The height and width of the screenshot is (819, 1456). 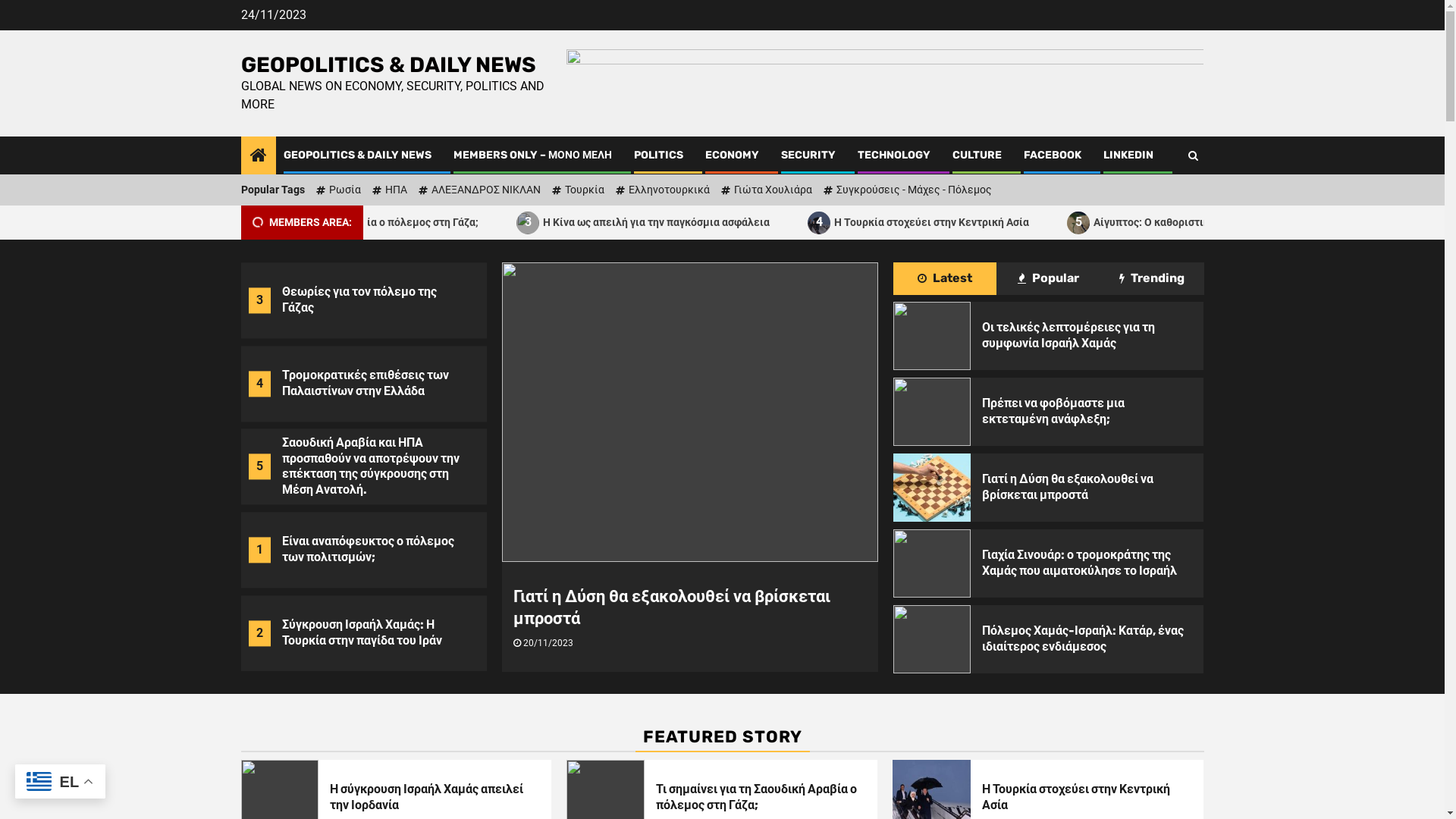 What do you see at coordinates (893, 155) in the screenshot?
I see `'TECHNOLOGY'` at bounding box center [893, 155].